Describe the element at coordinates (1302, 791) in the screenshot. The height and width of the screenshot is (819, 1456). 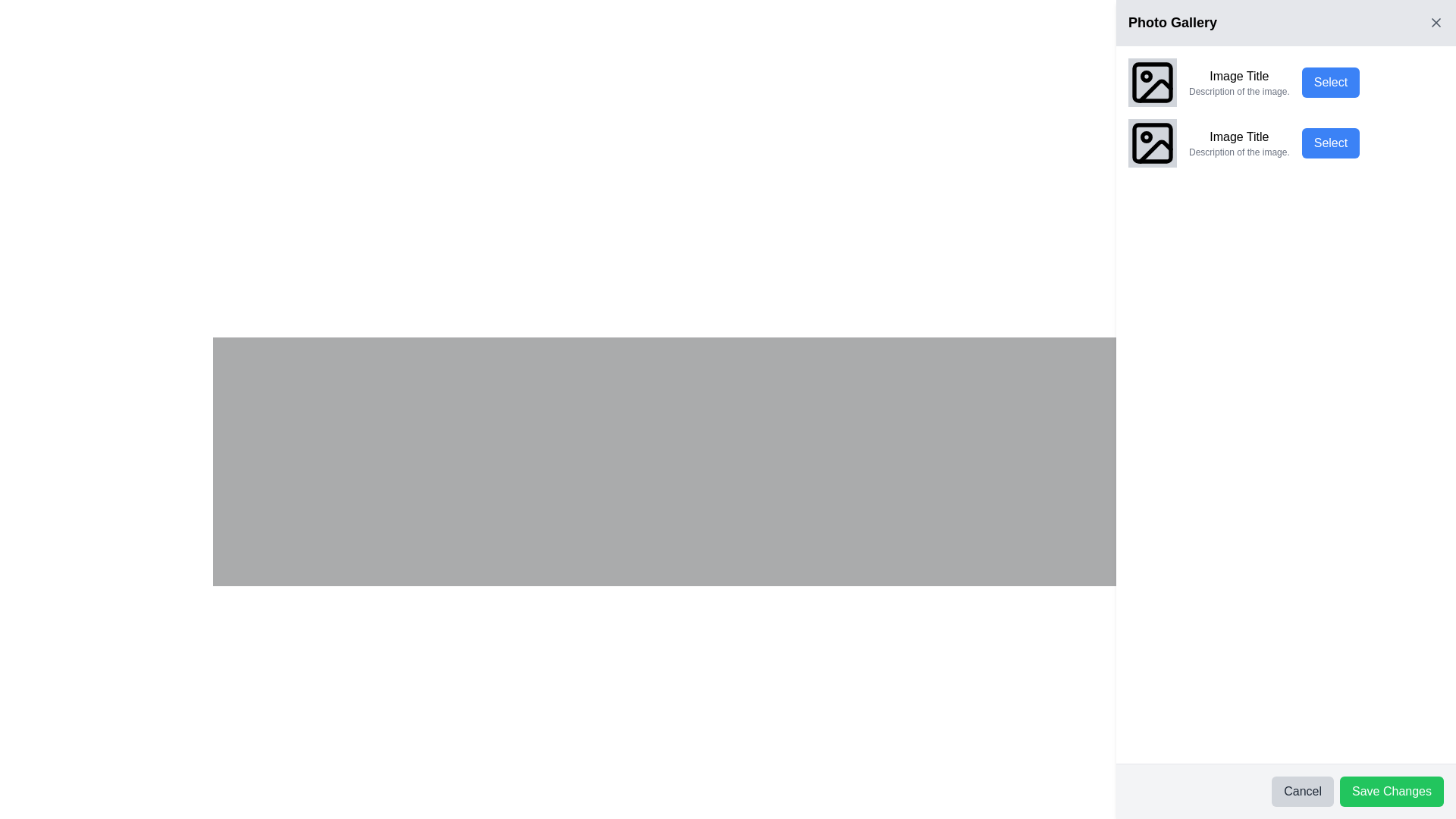
I see `the 'Cancel' button, which is a rectangular button with a light gray background and black text, located at the bottom-right corner of the interface, to observe its hover effect that changes the background to a darker gray` at that location.